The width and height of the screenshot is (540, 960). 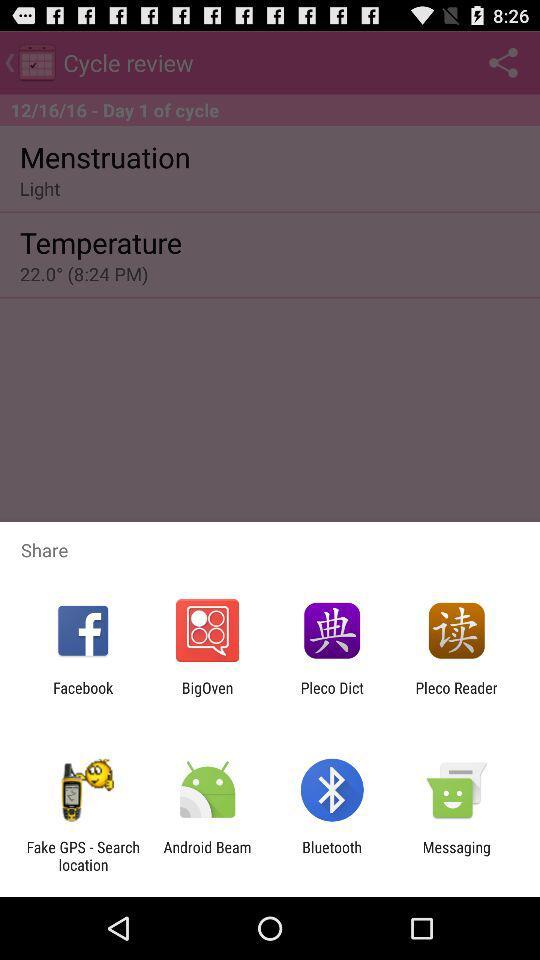 I want to click on the icon next to the fake gps search item, so click(x=206, y=855).